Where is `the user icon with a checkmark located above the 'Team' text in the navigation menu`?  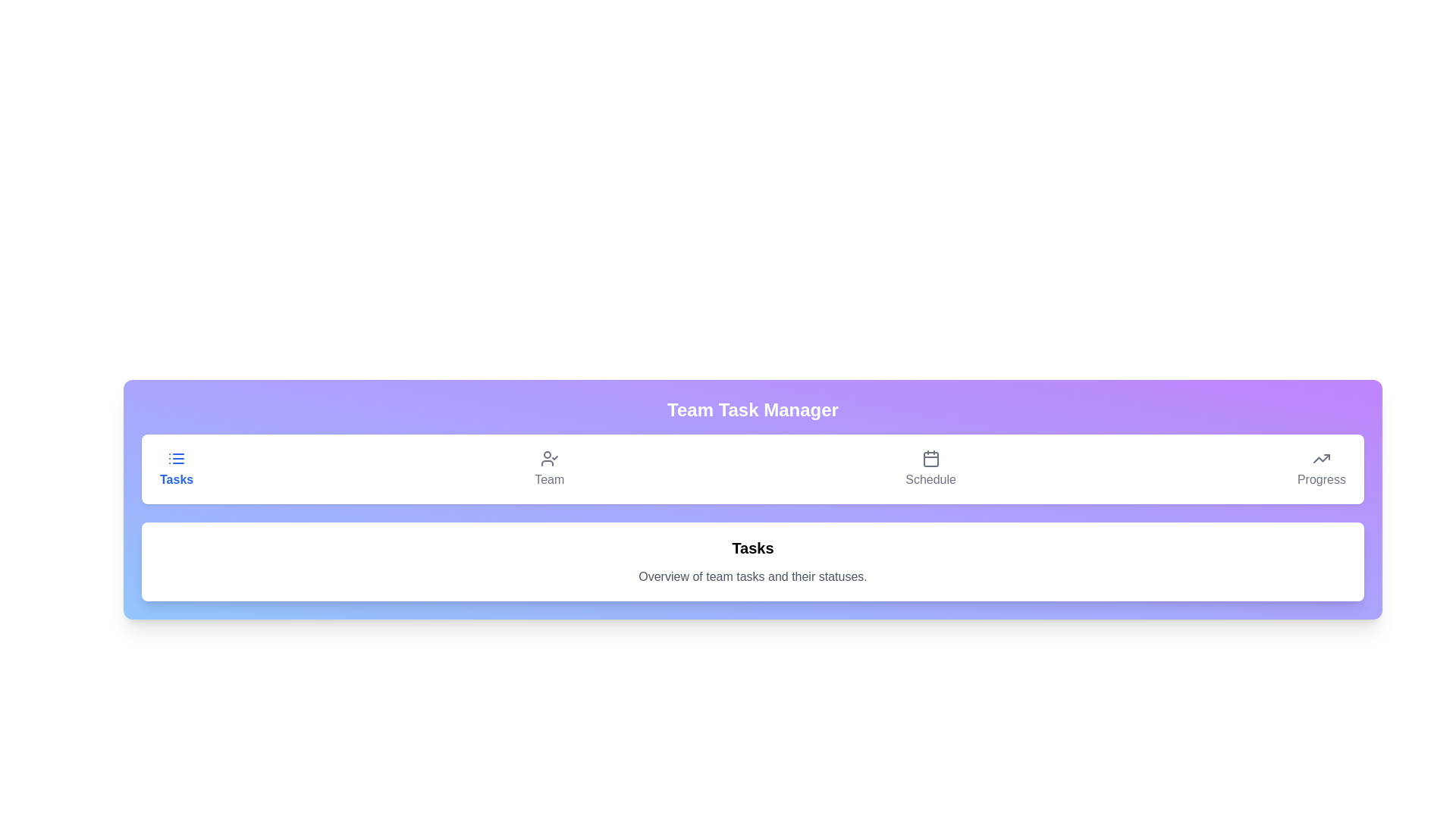
the user icon with a checkmark located above the 'Team' text in the navigation menu is located at coordinates (548, 458).